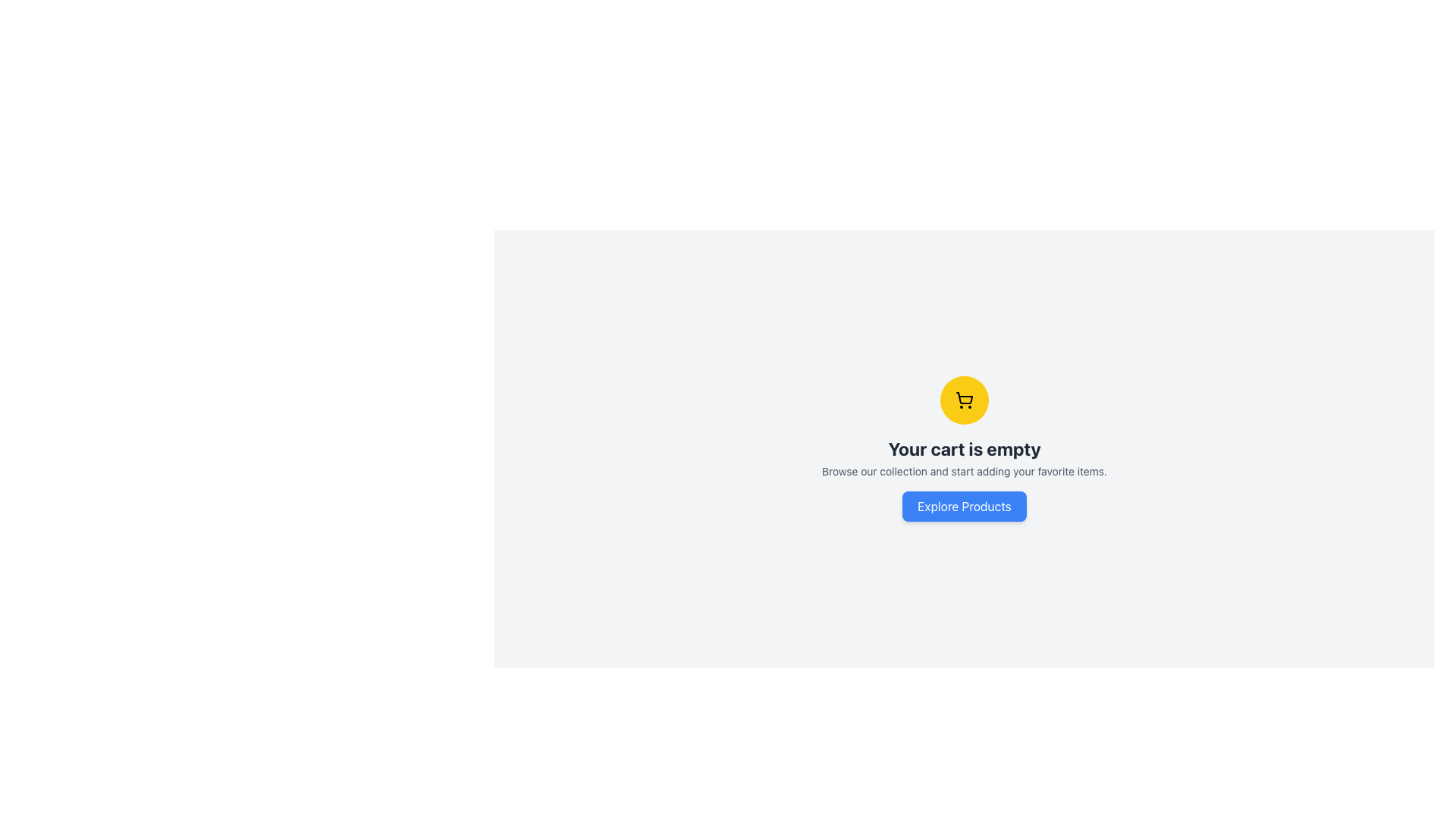 This screenshot has height=819, width=1456. Describe the element at coordinates (964, 506) in the screenshot. I see `the button located below the text 'Your cart is empty' and 'Browse our collection and start adding your favorite items.'` at that location.